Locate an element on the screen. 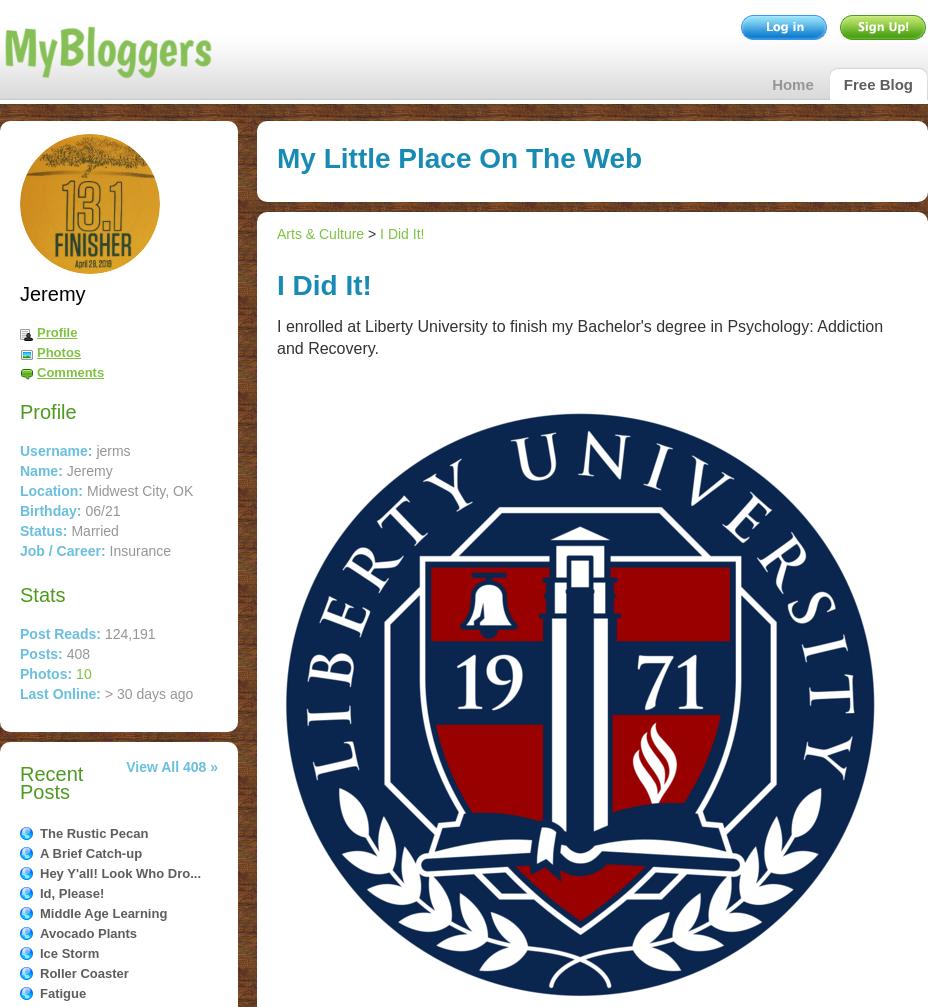 This screenshot has width=928, height=1007. 'Hey Y'all! Look Who Dro...' is located at coordinates (120, 872).